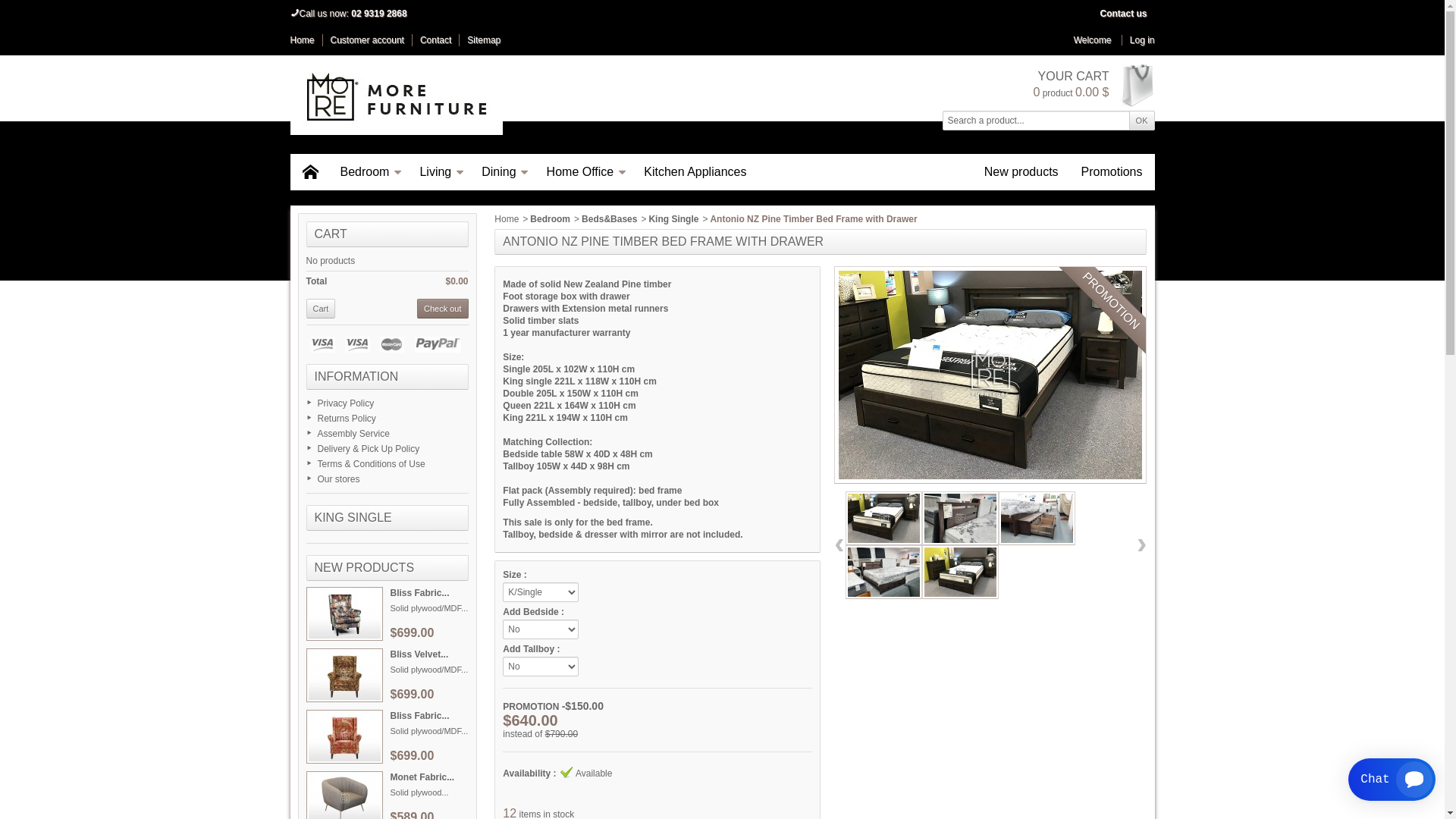 Image resolution: width=1456 pixels, height=819 pixels. Describe the element at coordinates (583, 171) in the screenshot. I see `'Home Office'` at that location.